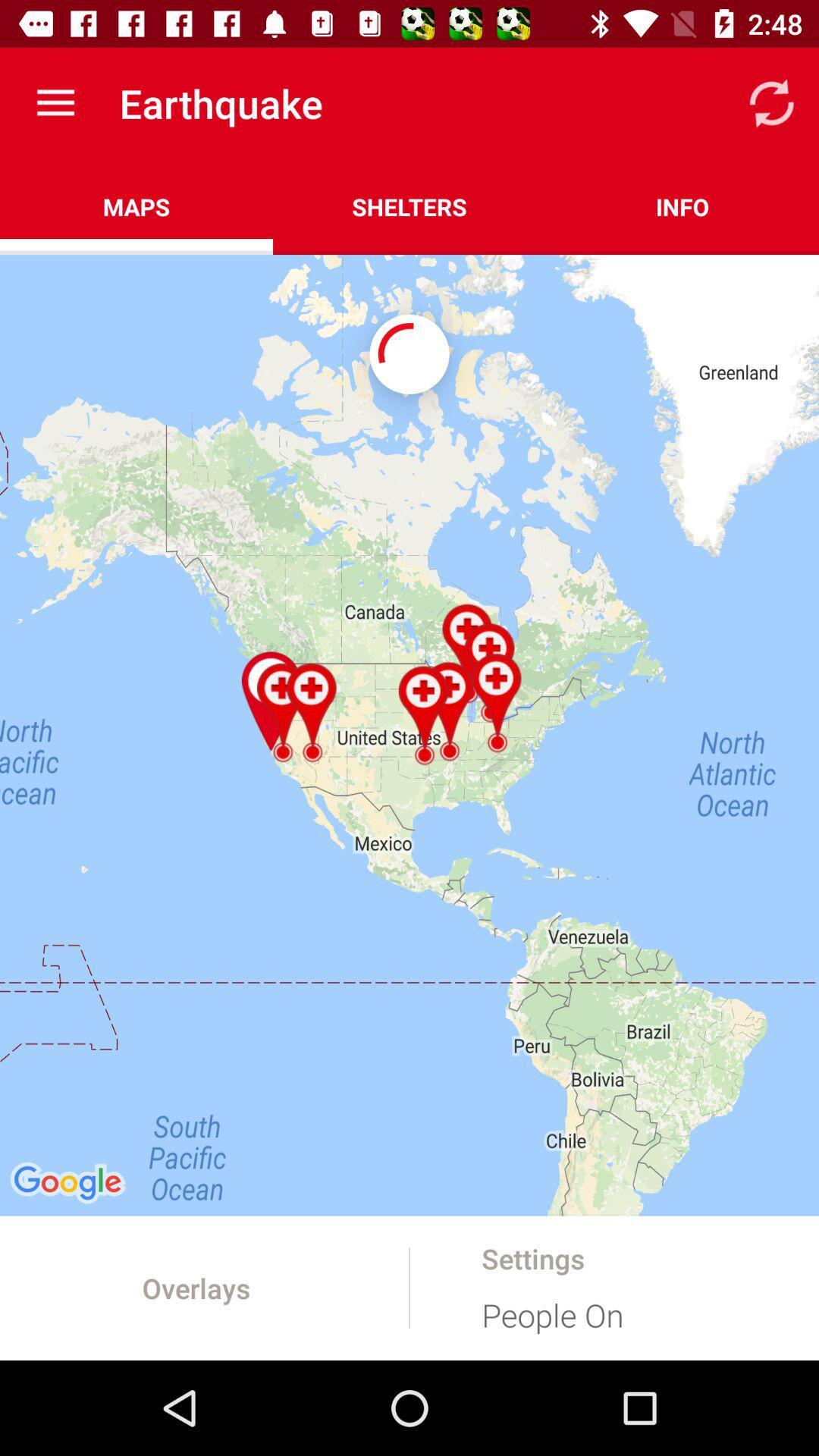 The image size is (819, 1456). What do you see at coordinates (681, 206) in the screenshot?
I see `icon next to shelters item` at bounding box center [681, 206].